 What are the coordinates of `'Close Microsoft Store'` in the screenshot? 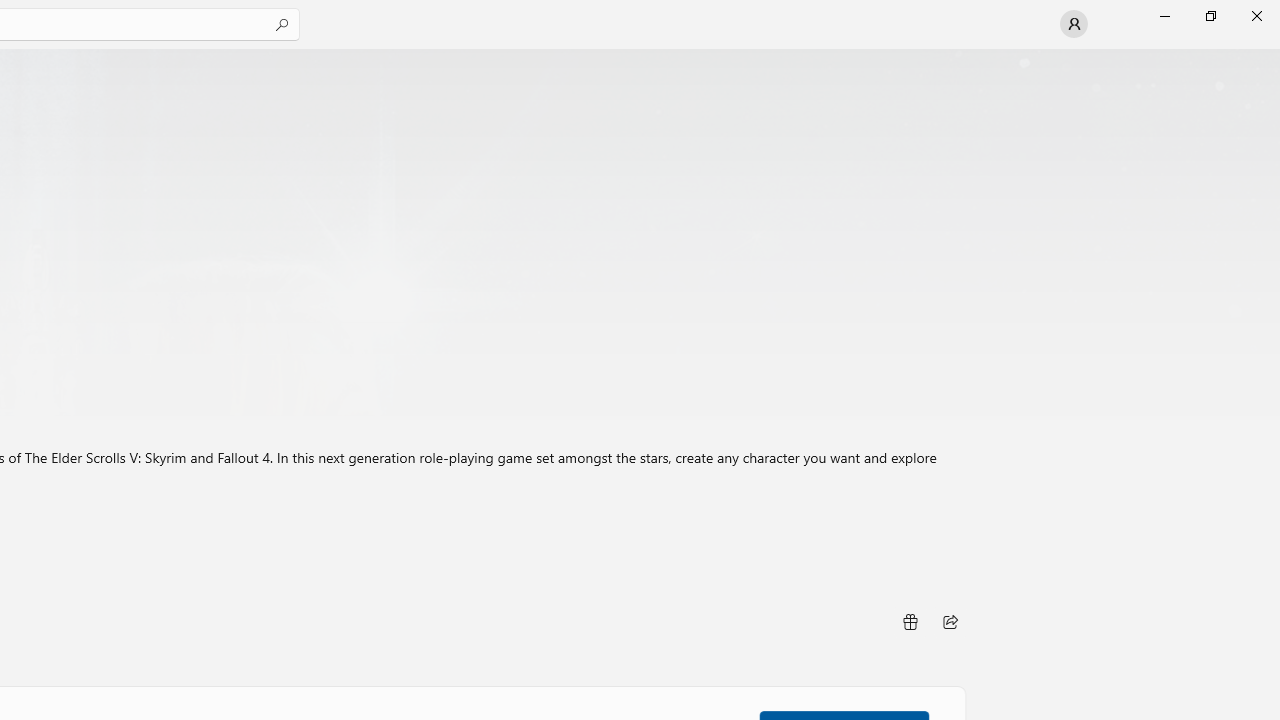 It's located at (1255, 15).